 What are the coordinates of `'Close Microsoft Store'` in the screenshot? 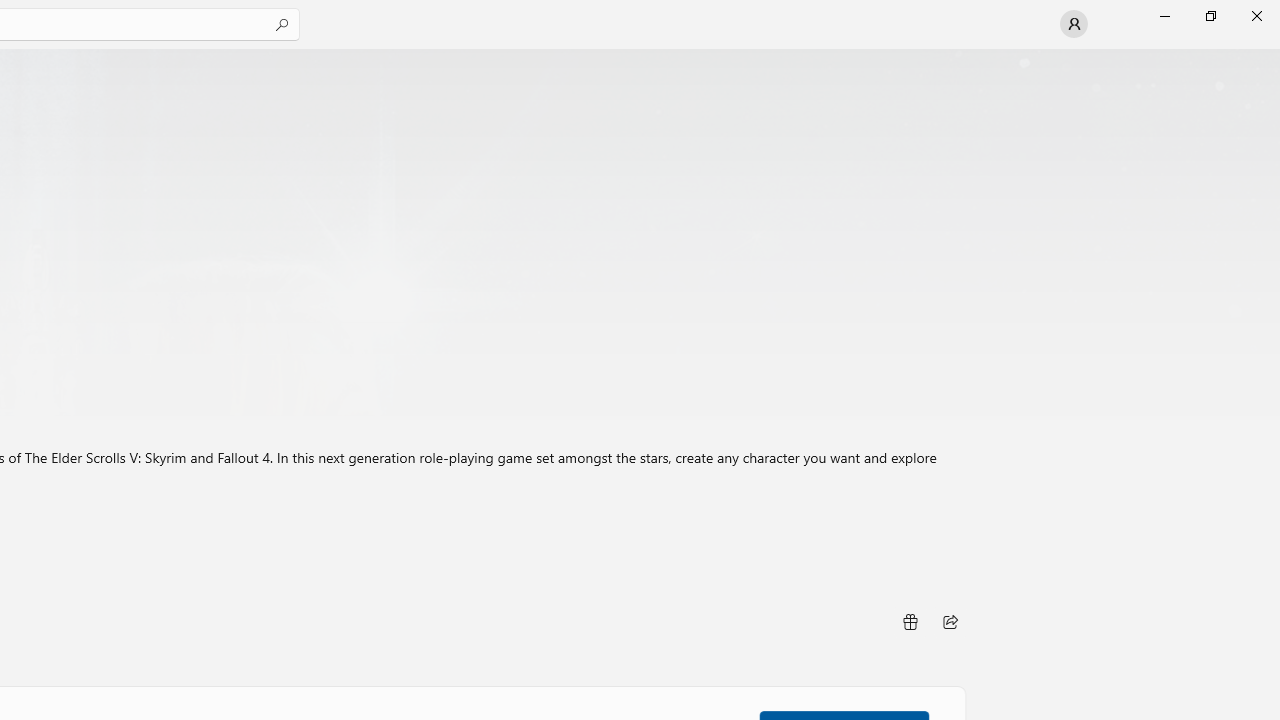 It's located at (1255, 15).